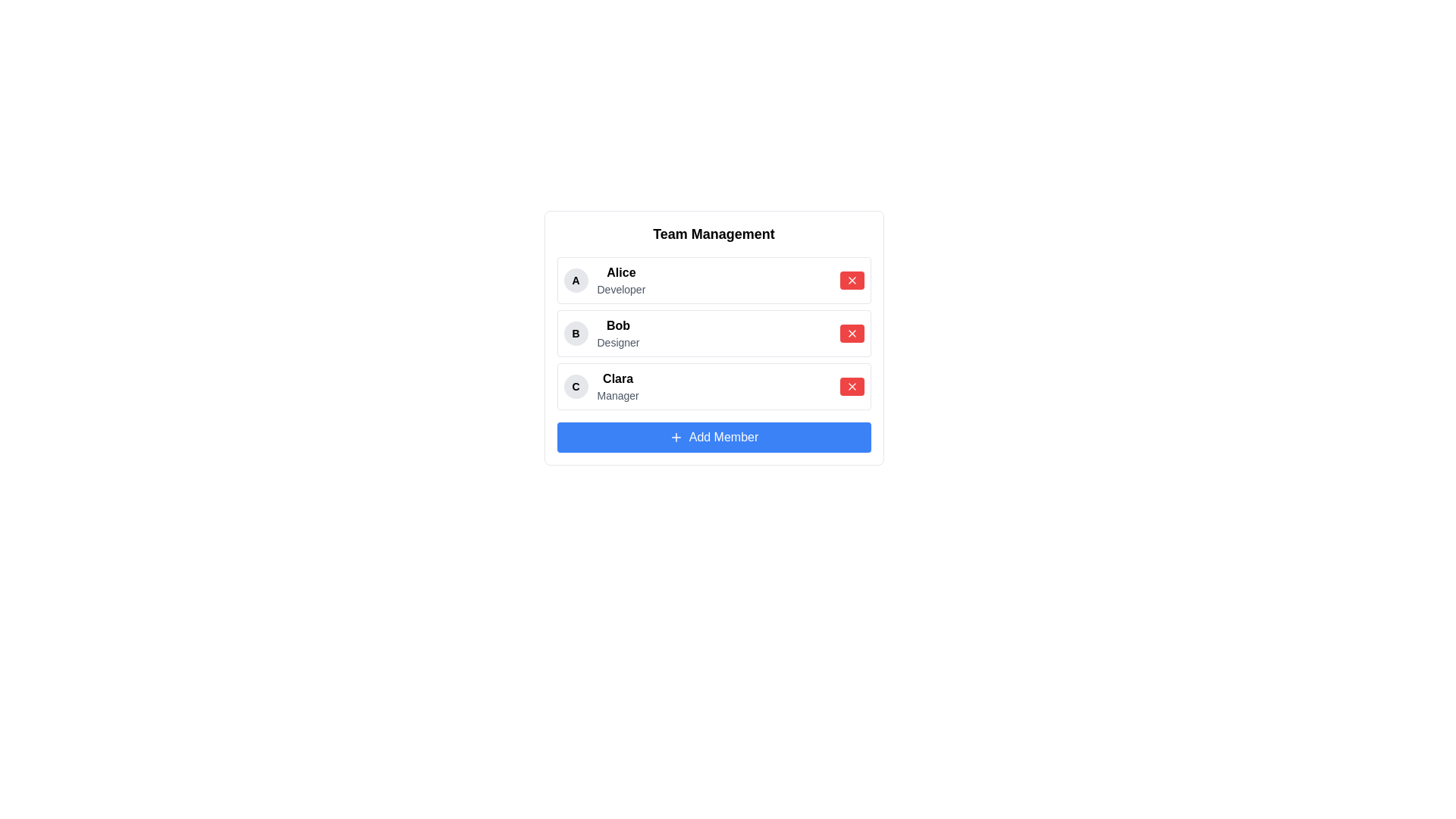 Image resolution: width=1456 pixels, height=819 pixels. What do you see at coordinates (621, 281) in the screenshot?
I see `text block displaying 'Alice' in bold and 'Developer' in a smaller font, located in the top entry of the team members list` at bounding box center [621, 281].